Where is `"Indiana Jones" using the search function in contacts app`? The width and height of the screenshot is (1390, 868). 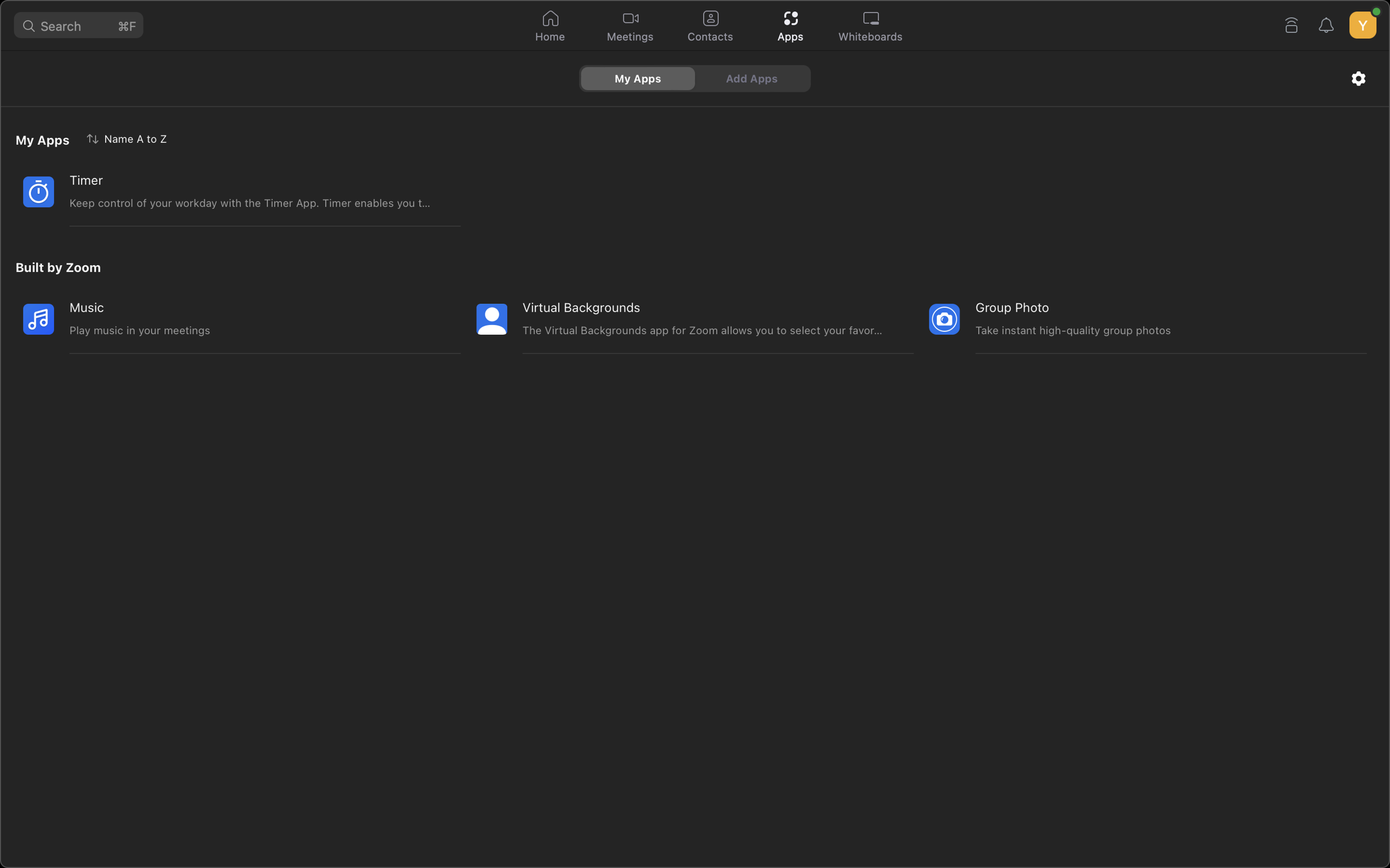
"Indiana Jones" using the search function in contacts app is located at coordinates (709, 26).